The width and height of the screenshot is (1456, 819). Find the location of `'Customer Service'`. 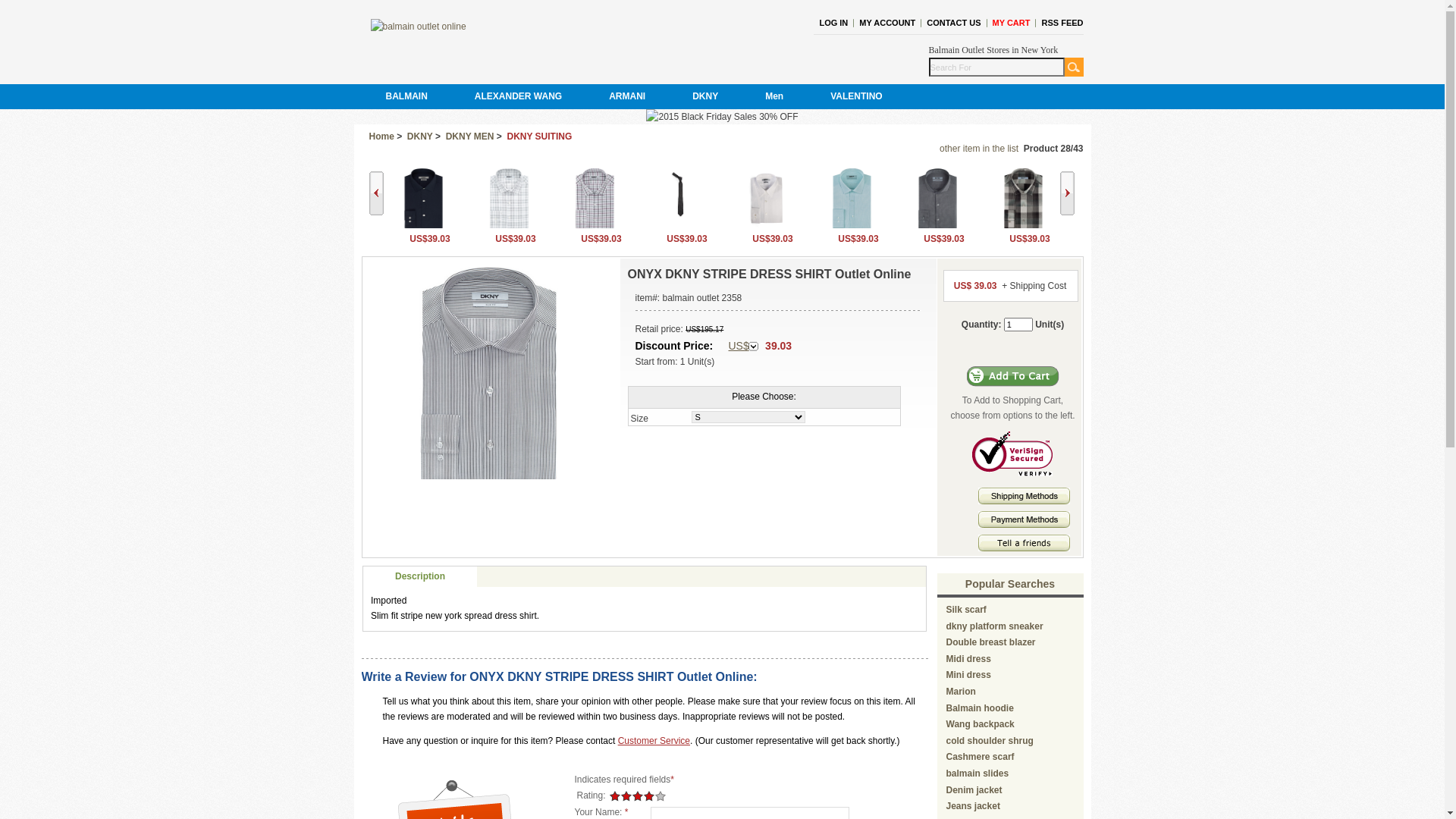

'Customer Service' is located at coordinates (654, 739).